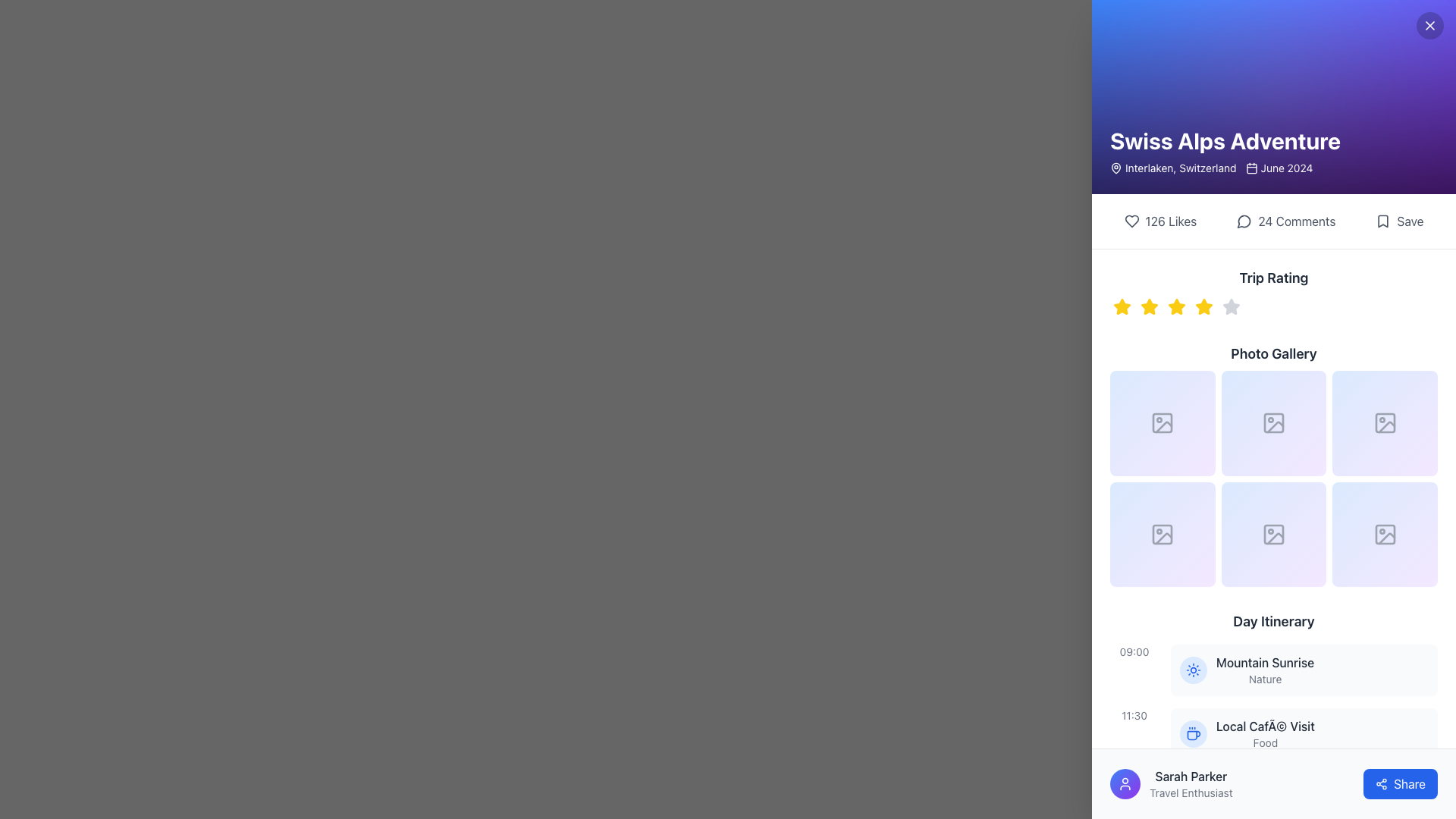 This screenshot has width=1456, height=819. Describe the element at coordinates (1385, 534) in the screenshot. I see `the sixth Image Placeholder element in the bottom-right corner of the photo gallery grid` at that location.